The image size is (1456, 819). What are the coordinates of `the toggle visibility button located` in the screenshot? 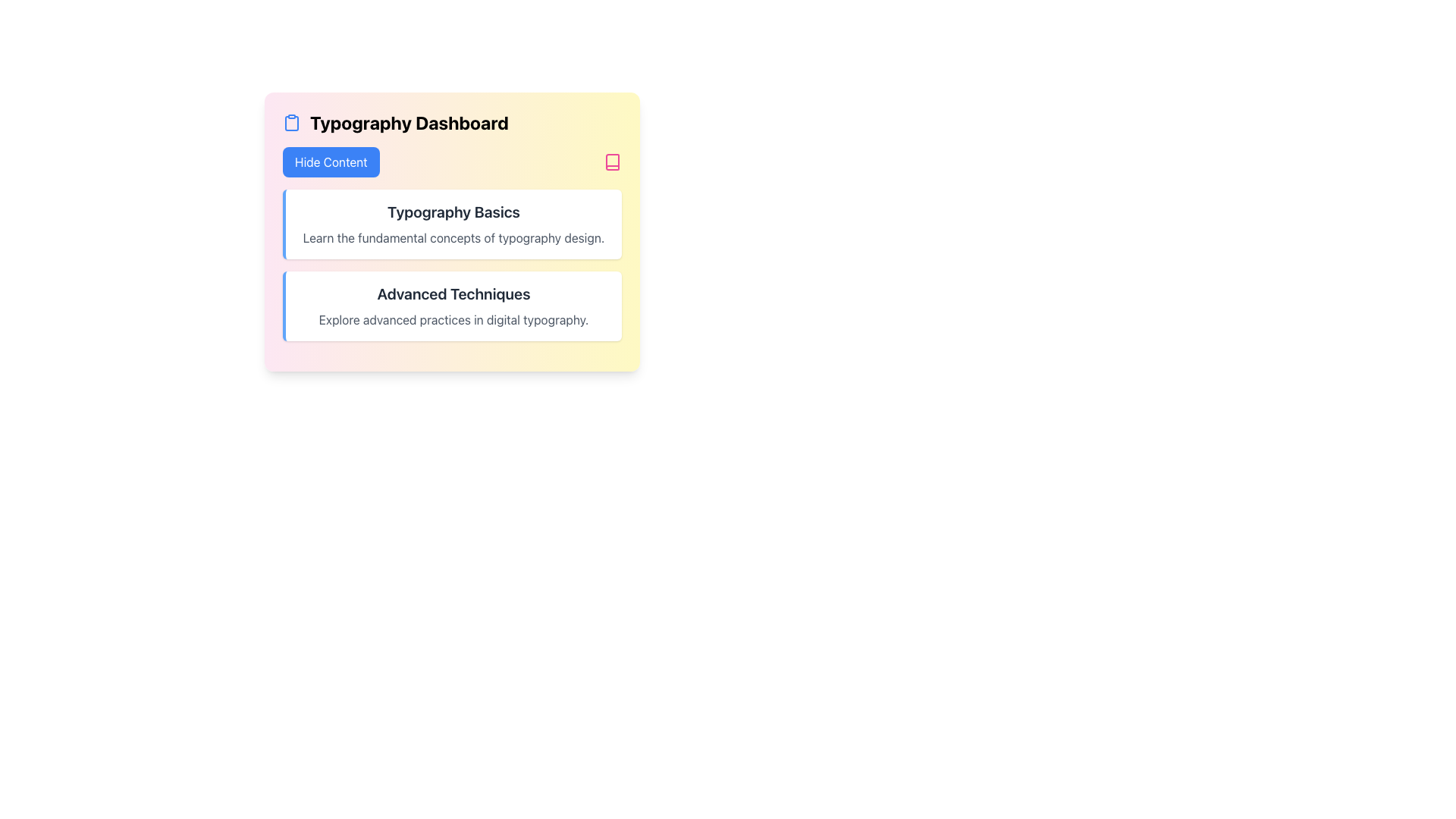 It's located at (330, 162).